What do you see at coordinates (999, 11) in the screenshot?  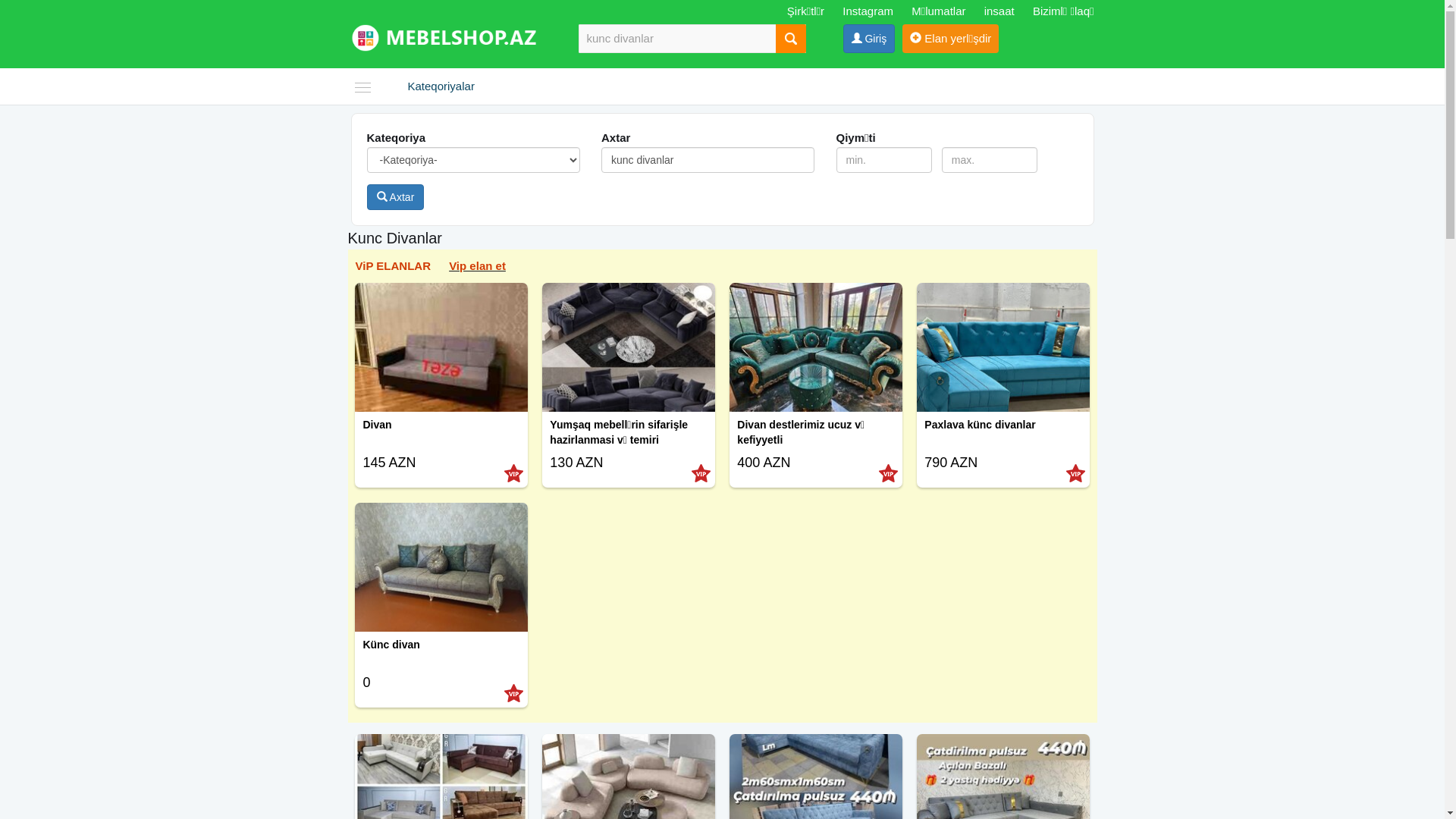 I see `'insaat'` at bounding box center [999, 11].